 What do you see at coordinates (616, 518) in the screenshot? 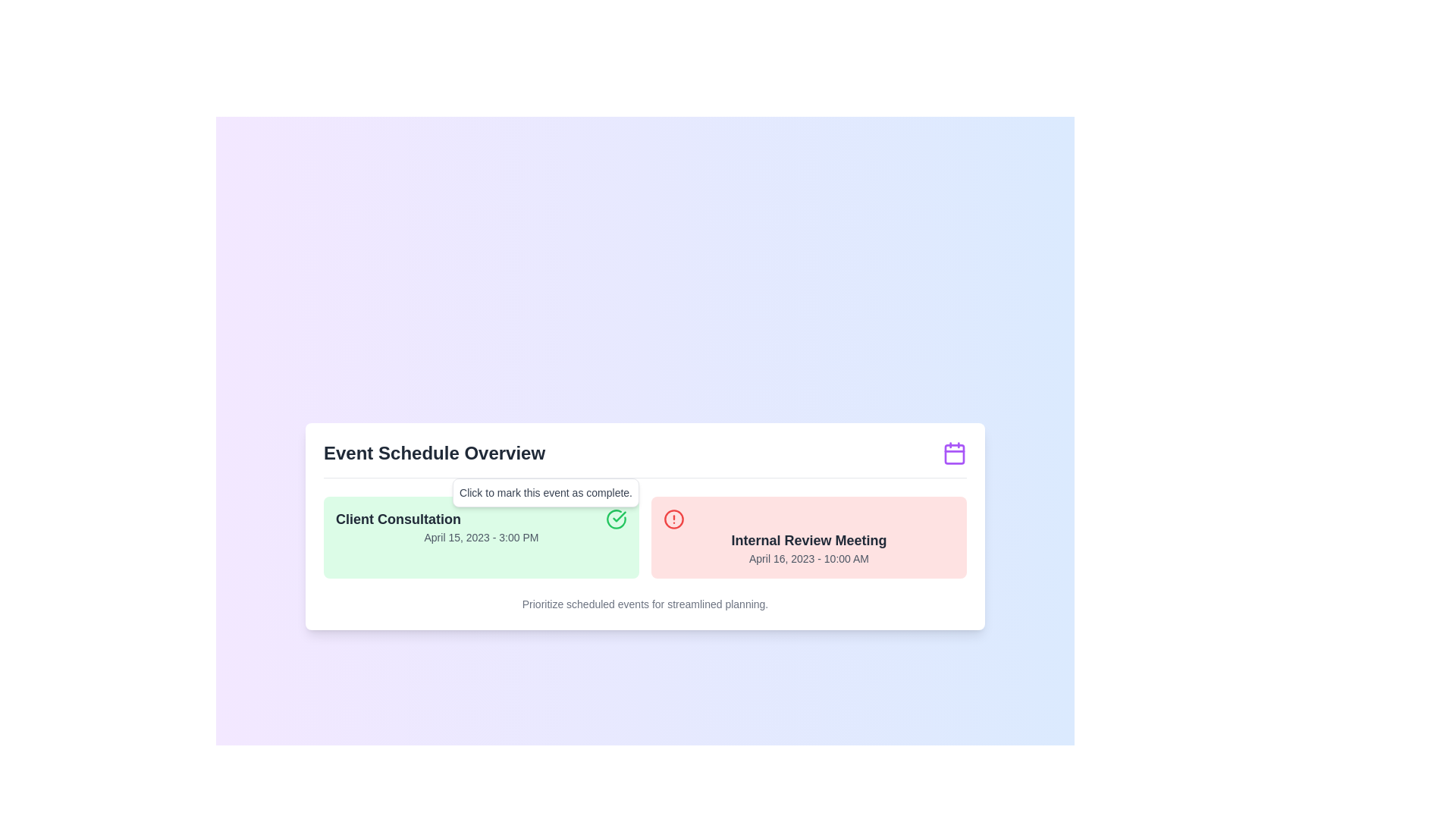
I see `the green circular check mark icon located at the far right of the 'Client Consultation' block to mark or unmark the event as complete` at bounding box center [616, 518].